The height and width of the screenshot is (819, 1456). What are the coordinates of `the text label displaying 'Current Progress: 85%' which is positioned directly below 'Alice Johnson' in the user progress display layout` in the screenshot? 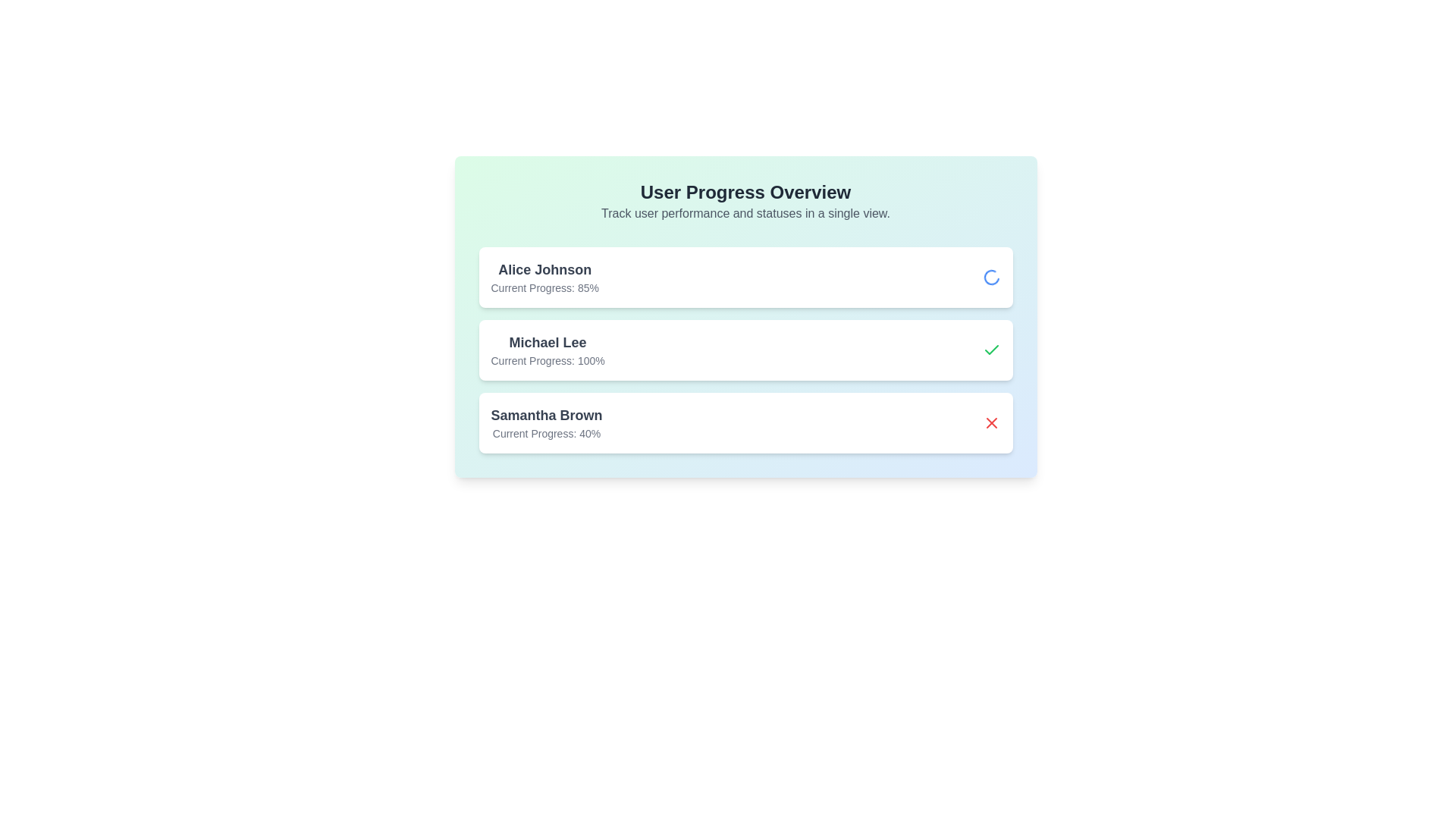 It's located at (544, 288).